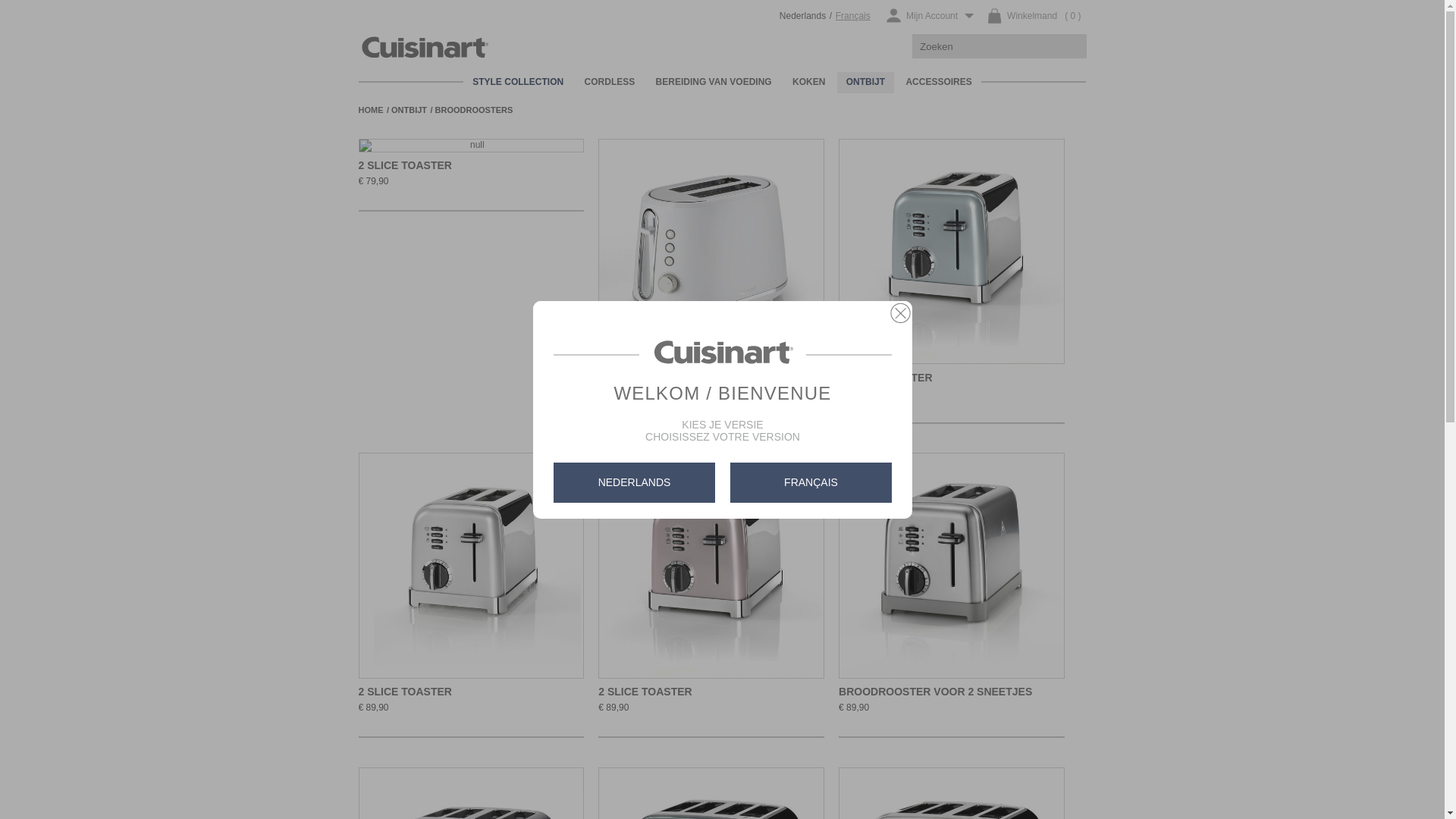 The height and width of the screenshot is (819, 1456). I want to click on 'CLOSE', so click(888, 312).